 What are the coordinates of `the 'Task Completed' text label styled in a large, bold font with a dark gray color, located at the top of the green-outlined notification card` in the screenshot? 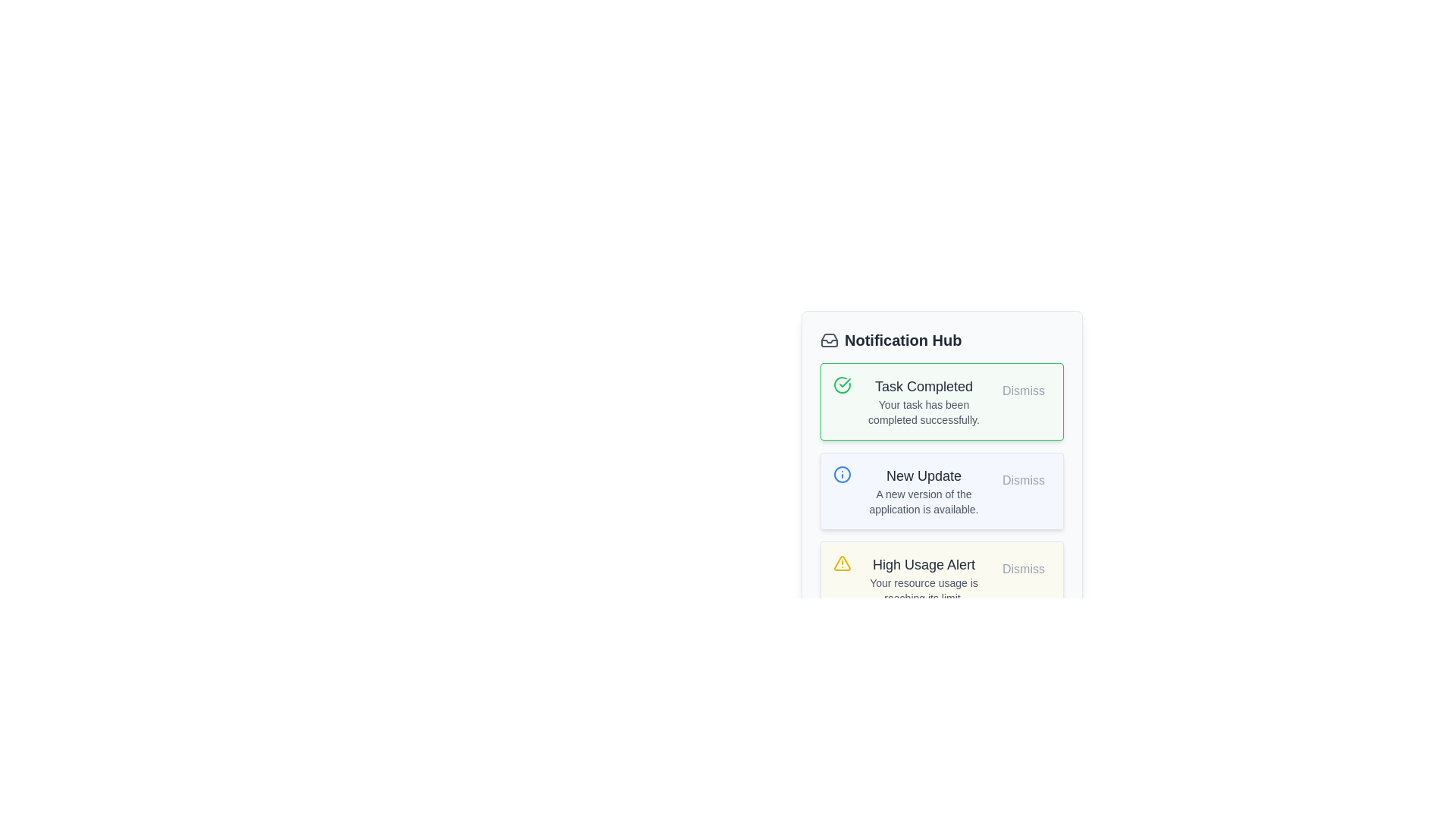 It's located at (923, 385).